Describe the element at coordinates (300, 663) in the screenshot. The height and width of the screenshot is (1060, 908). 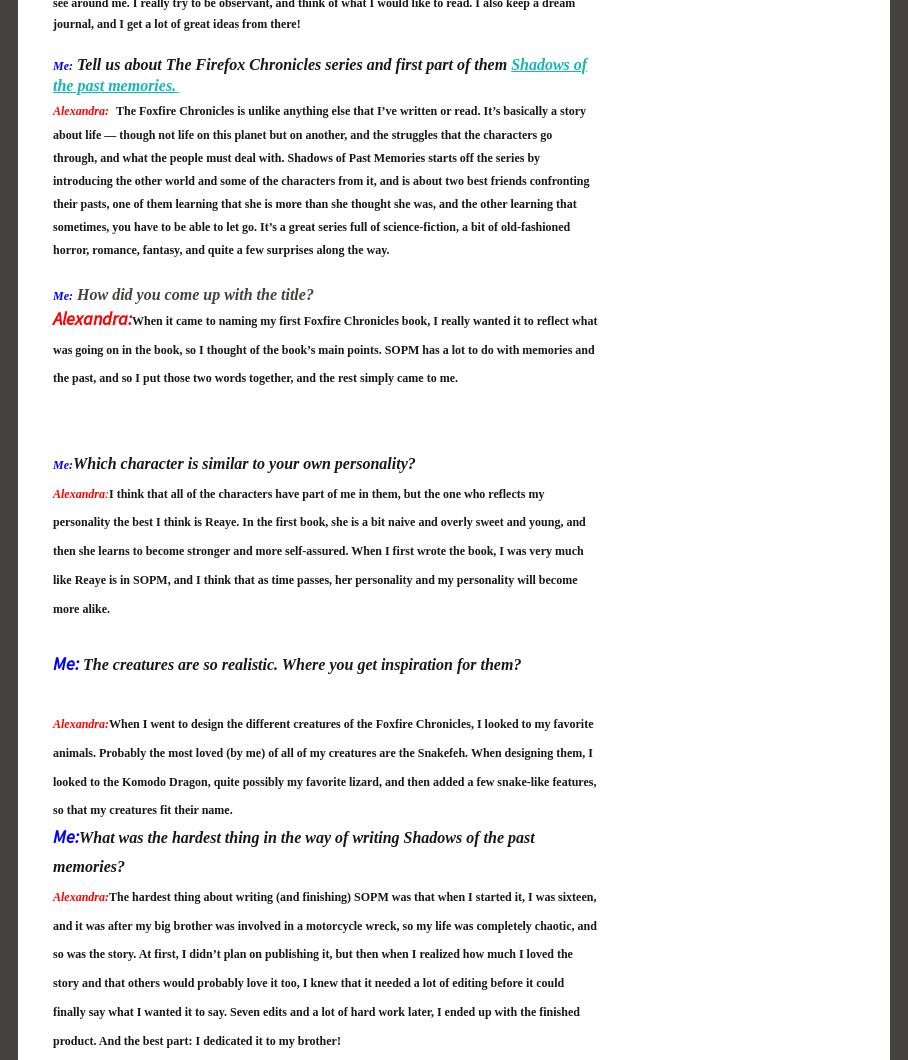
I see `'The creatures are so realistic. Where you get inspiration for them?'` at that location.